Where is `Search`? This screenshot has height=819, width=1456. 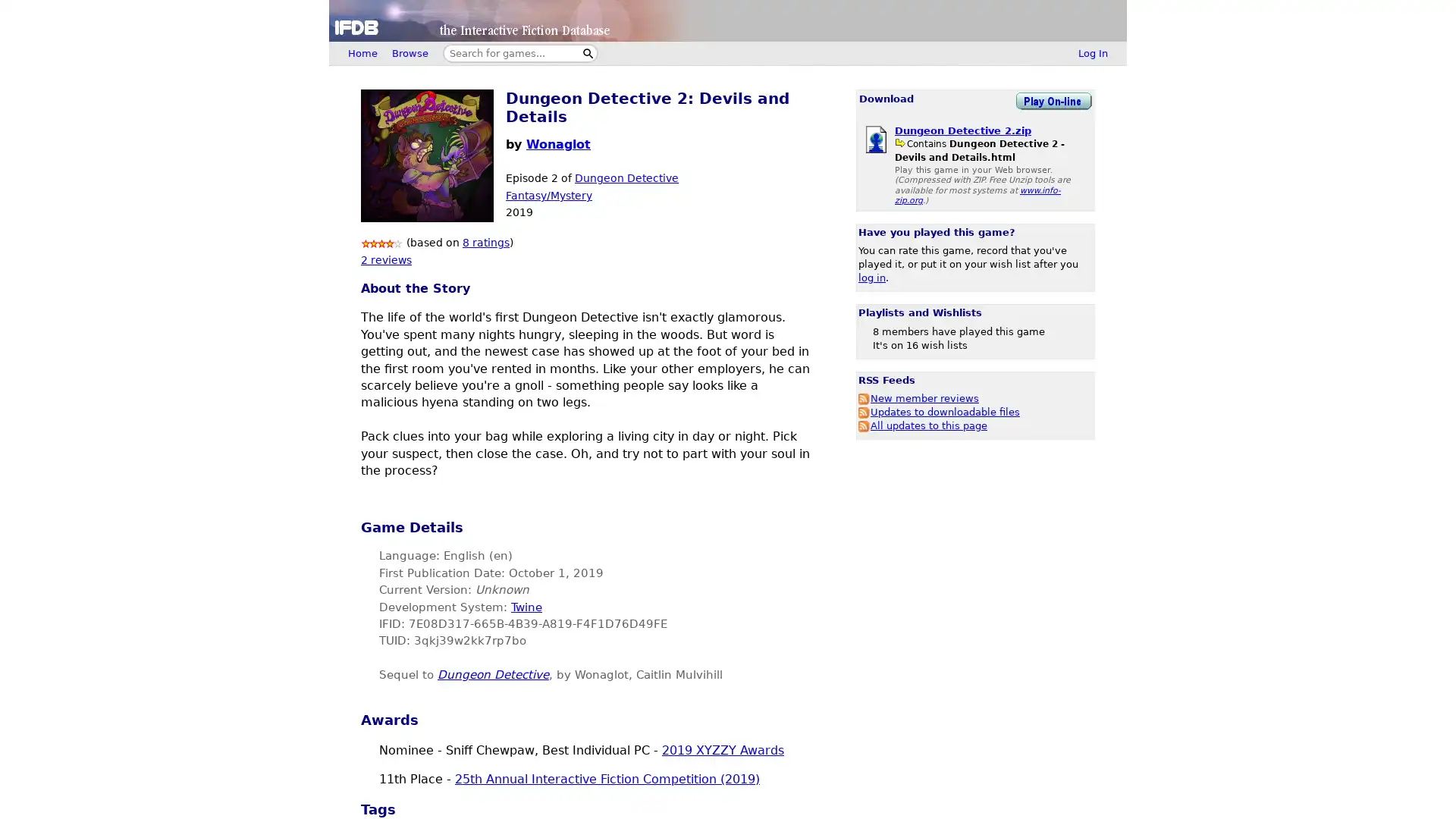 Search is located at coordinates (587, 52).